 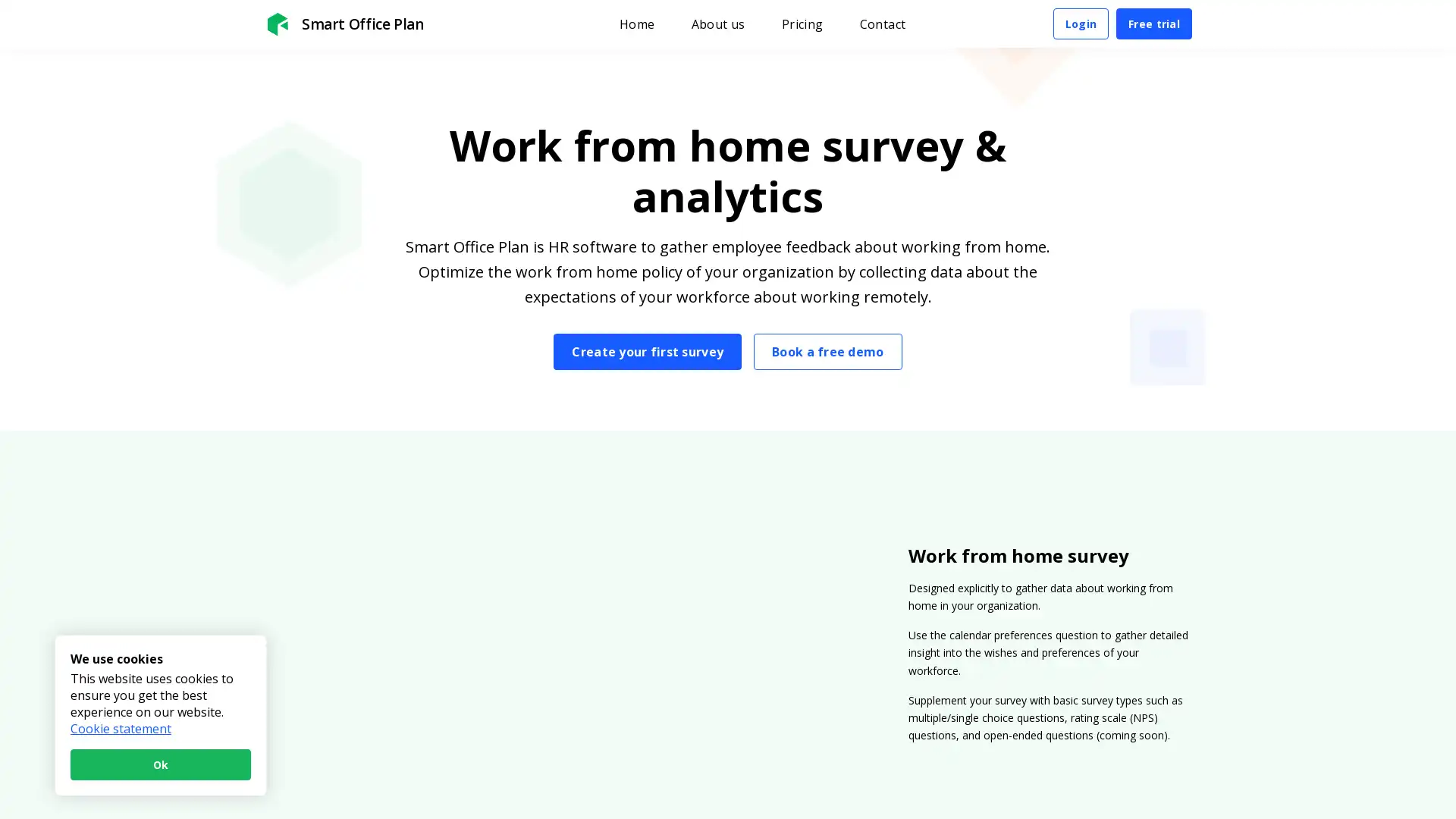 What do you see at coordinates (1080, 24) in the screenshot?
I see `Login` at bounding box center [1080, 24].